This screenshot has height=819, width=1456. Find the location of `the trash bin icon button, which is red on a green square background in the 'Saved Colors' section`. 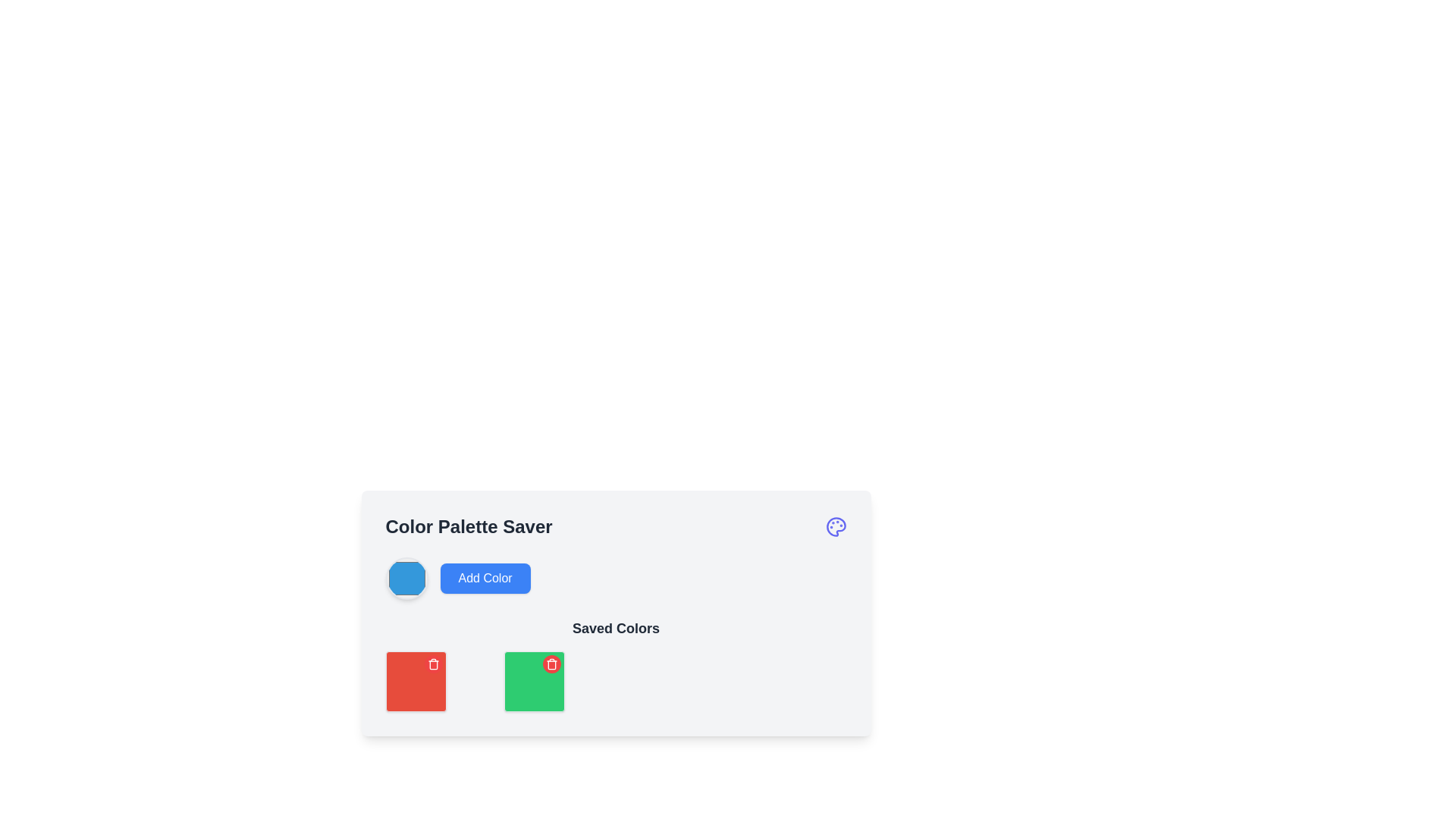

the trash bin icon button, which is red on a green square background in the 'Saved Colors' section is located at coordinates (551, 663).